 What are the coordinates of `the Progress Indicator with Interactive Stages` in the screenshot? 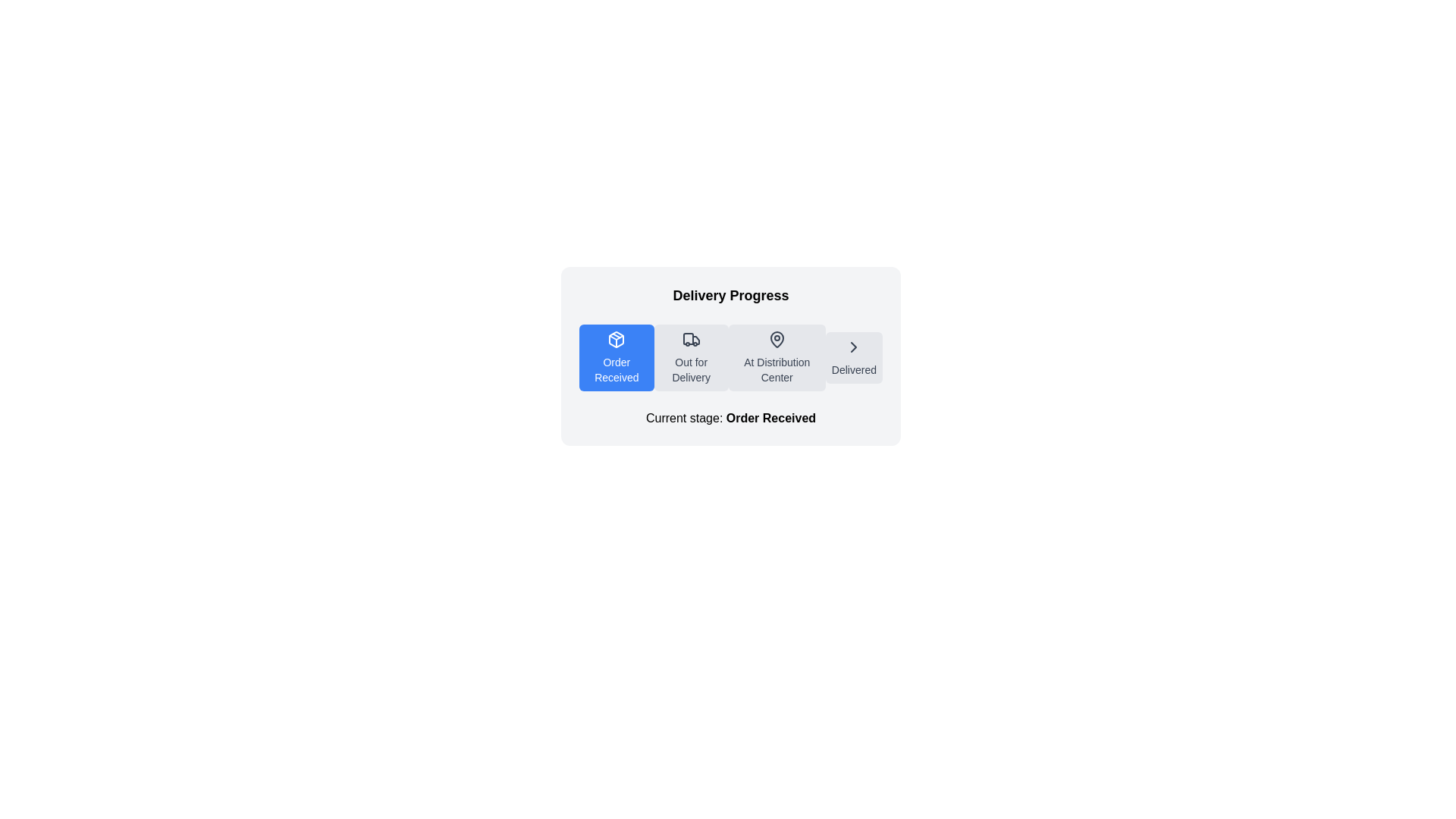 It's located at (731, 357).